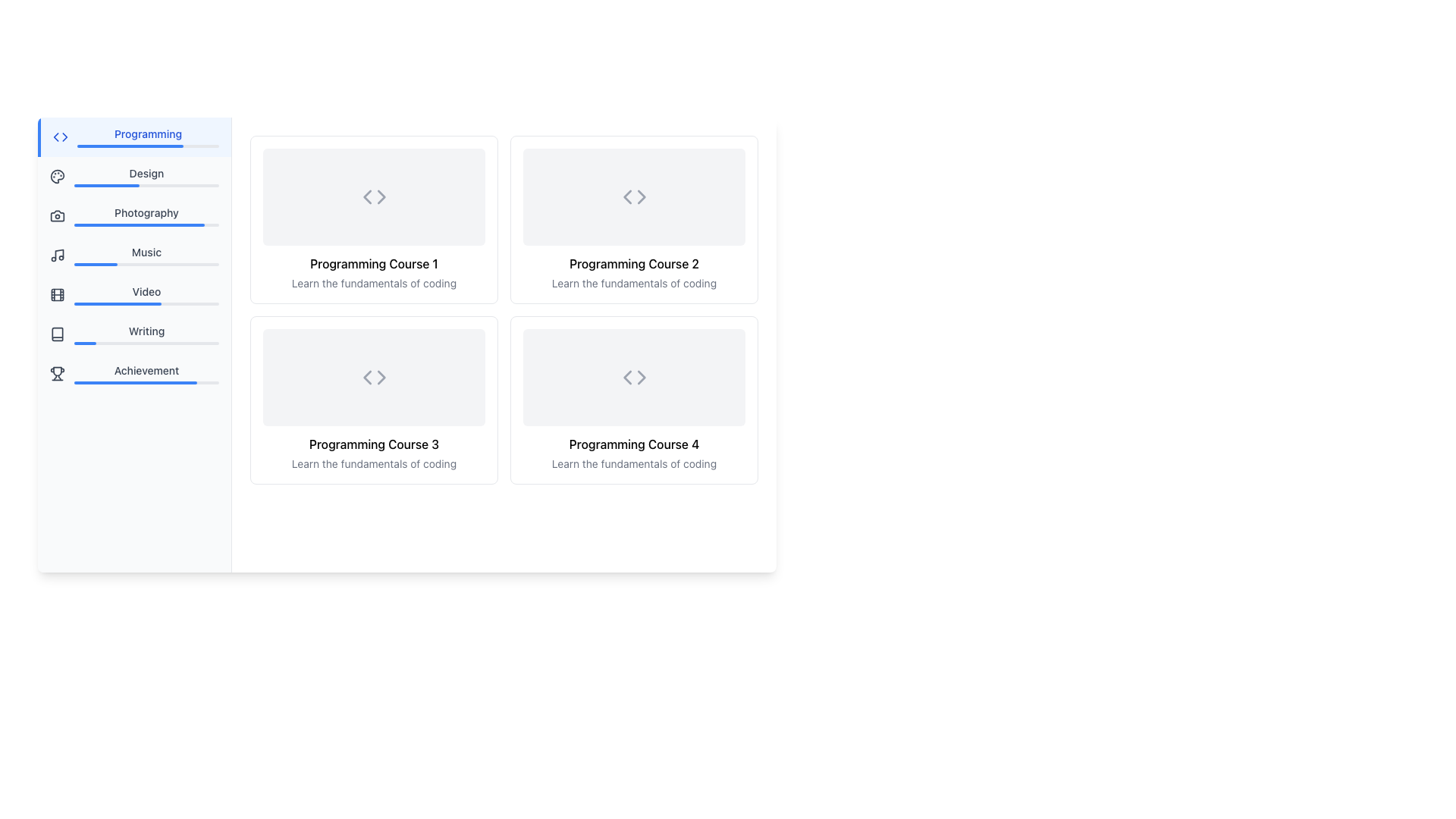  Describe the element at coordinates (634, 196) in the screenshot. I see `the rectangular placeholder with a light grey background and rounded corners that contains 'less than' and 'greater than' symbols, located within the 'Programming Course 2' card` at that location.